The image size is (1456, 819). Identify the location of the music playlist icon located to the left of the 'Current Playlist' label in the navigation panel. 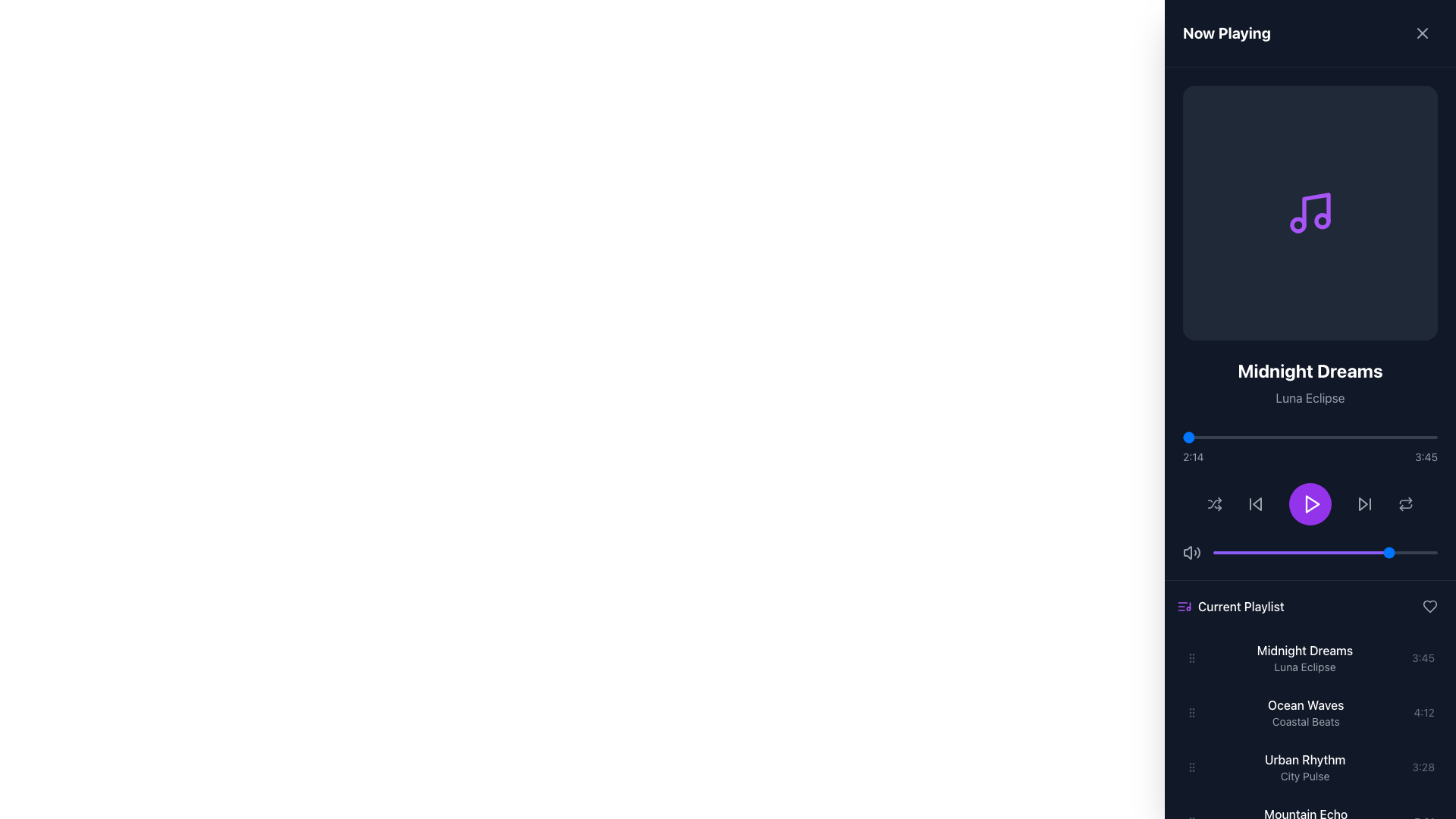
(1183, 605).